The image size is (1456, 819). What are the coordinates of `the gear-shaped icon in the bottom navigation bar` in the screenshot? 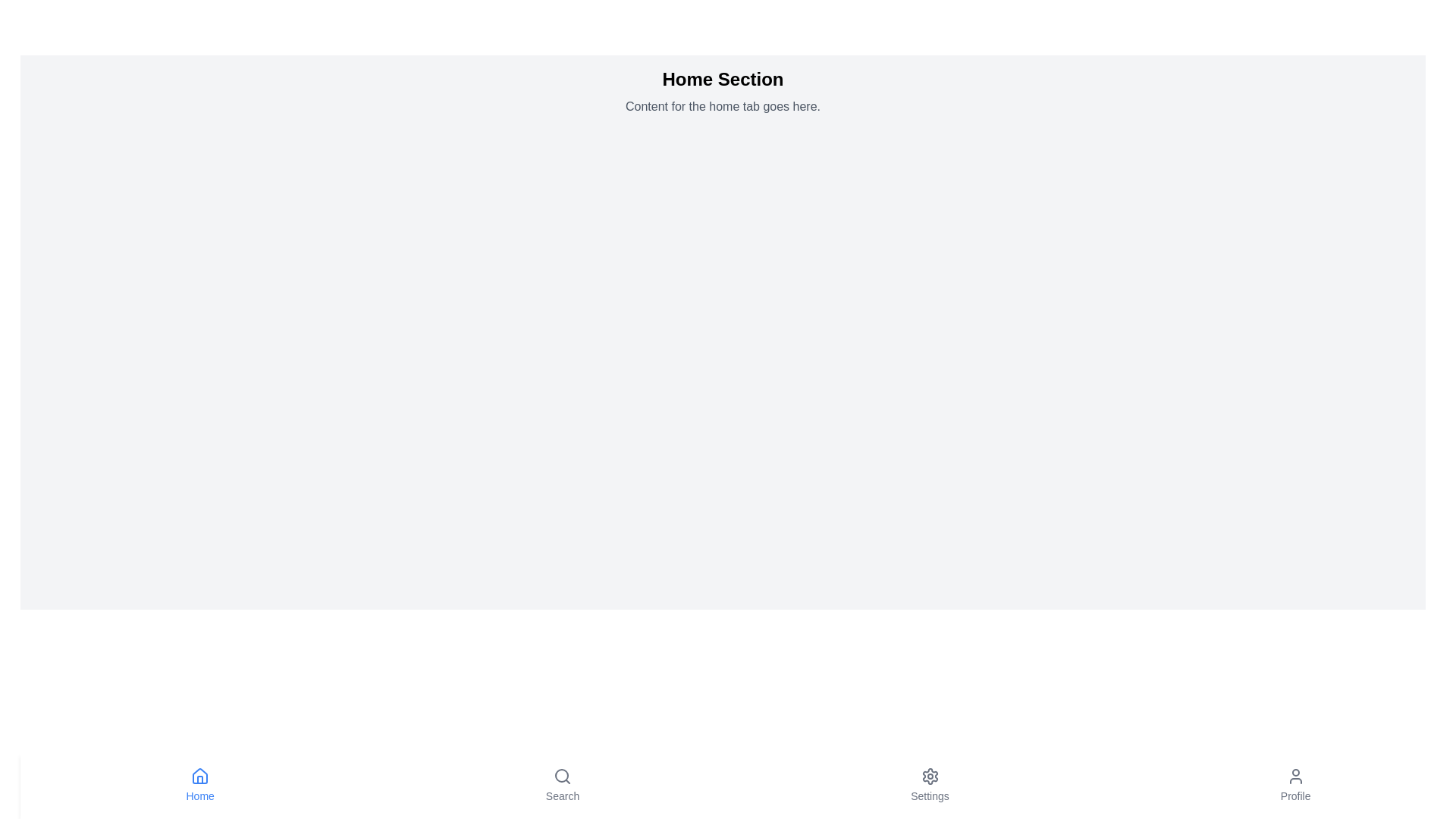 It's located at (929, 776).